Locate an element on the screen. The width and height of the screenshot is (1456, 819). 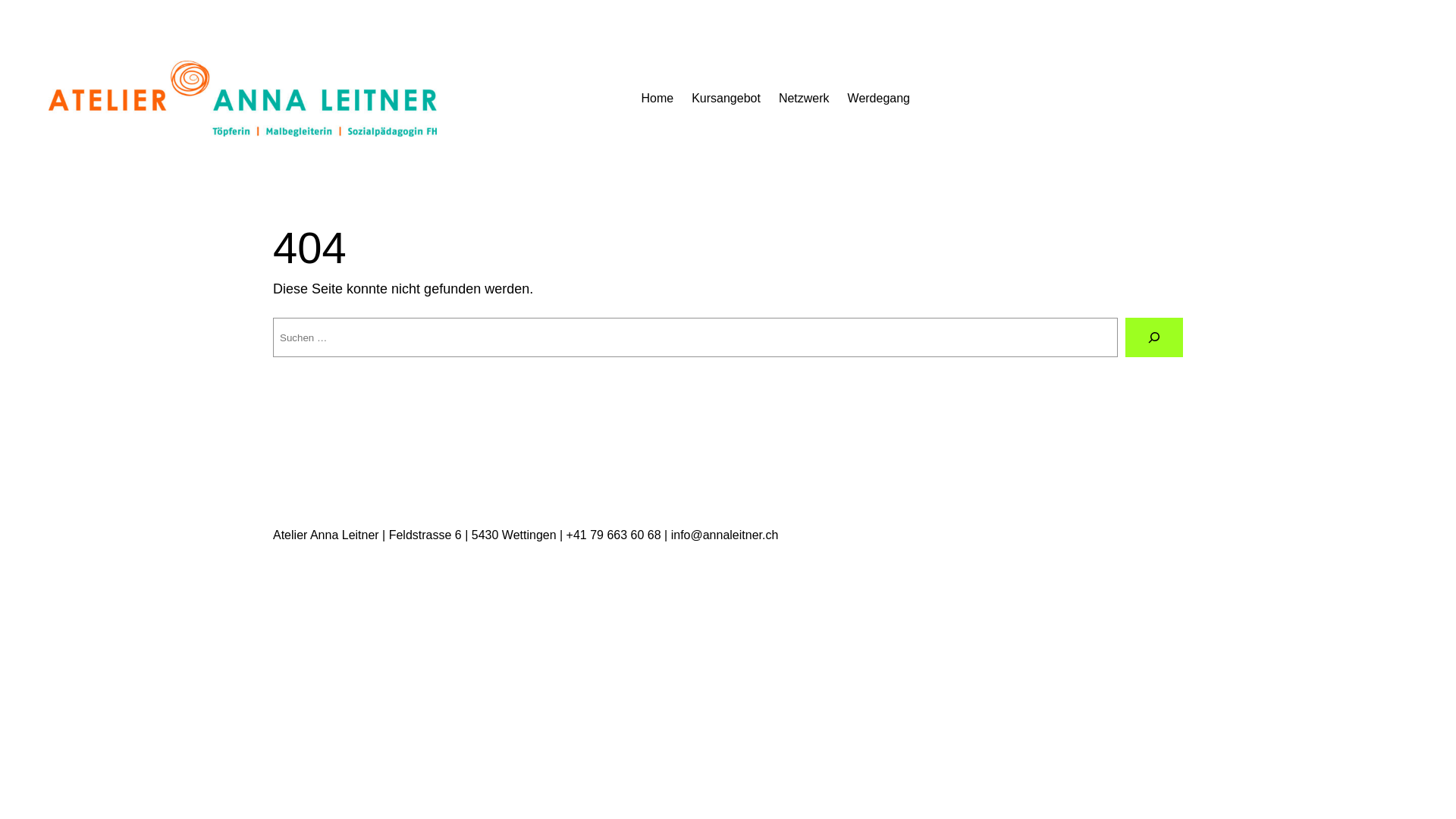
'Netzwerk' is located at coordinates (779, 99).